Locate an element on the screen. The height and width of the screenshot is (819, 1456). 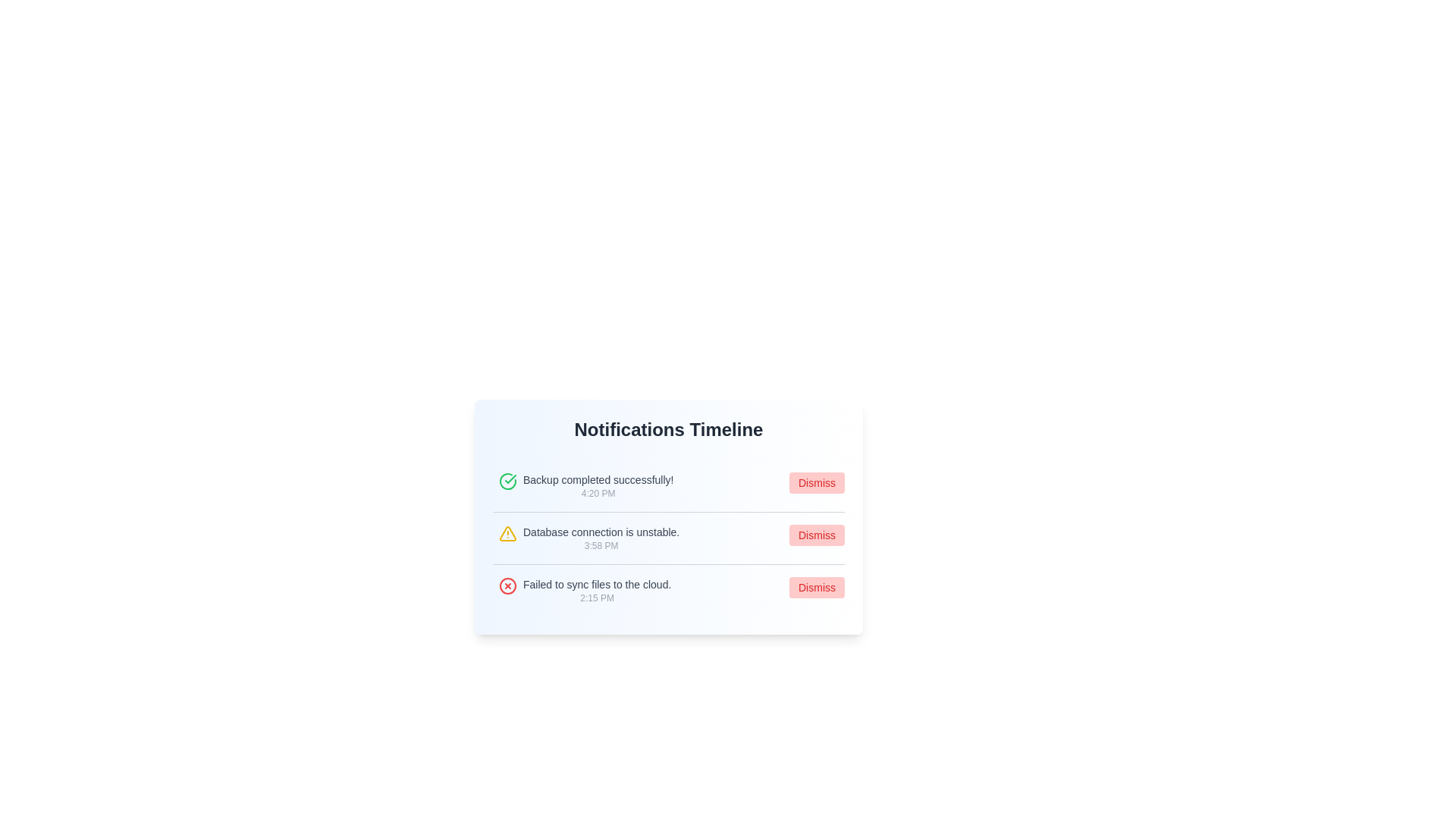
the green checkmark icon indicating a positive status, located next to the text 'Backup completed successfully!' in the notification list is located at coordinates (510, 479).